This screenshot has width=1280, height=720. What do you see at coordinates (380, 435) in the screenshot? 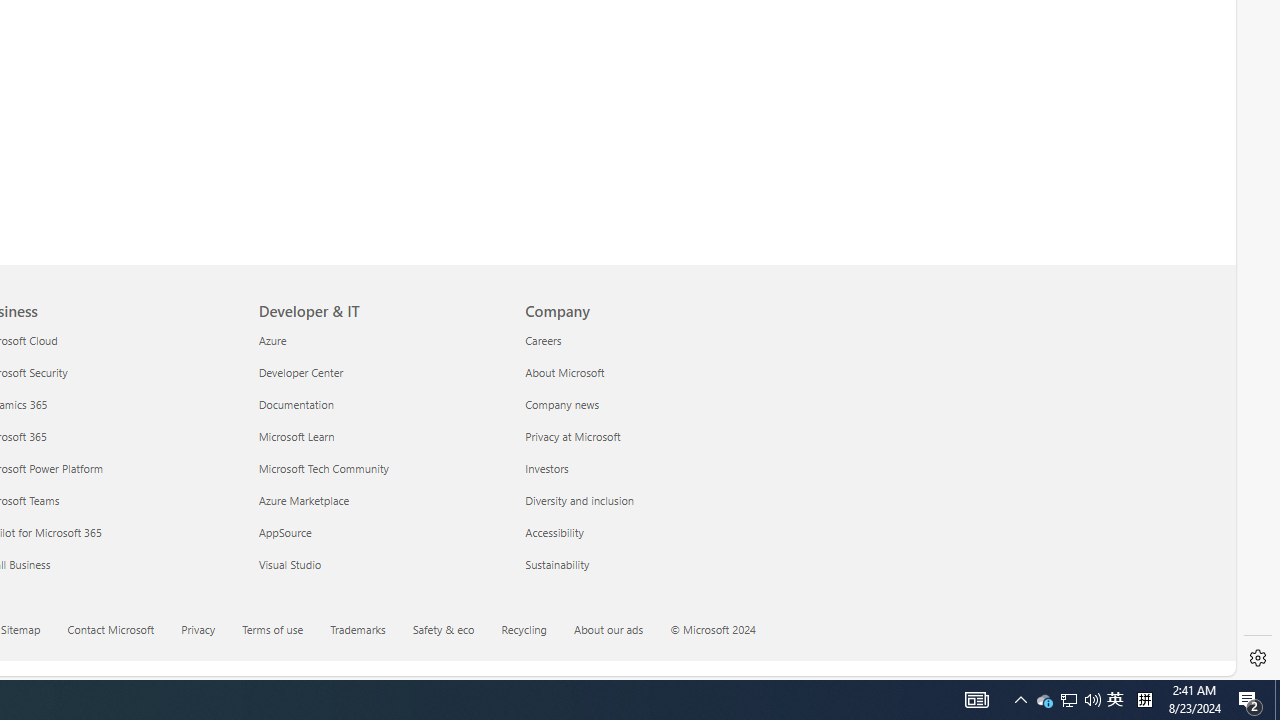
I see `'Microsoft Learn'` at bounding box center [380, 435].